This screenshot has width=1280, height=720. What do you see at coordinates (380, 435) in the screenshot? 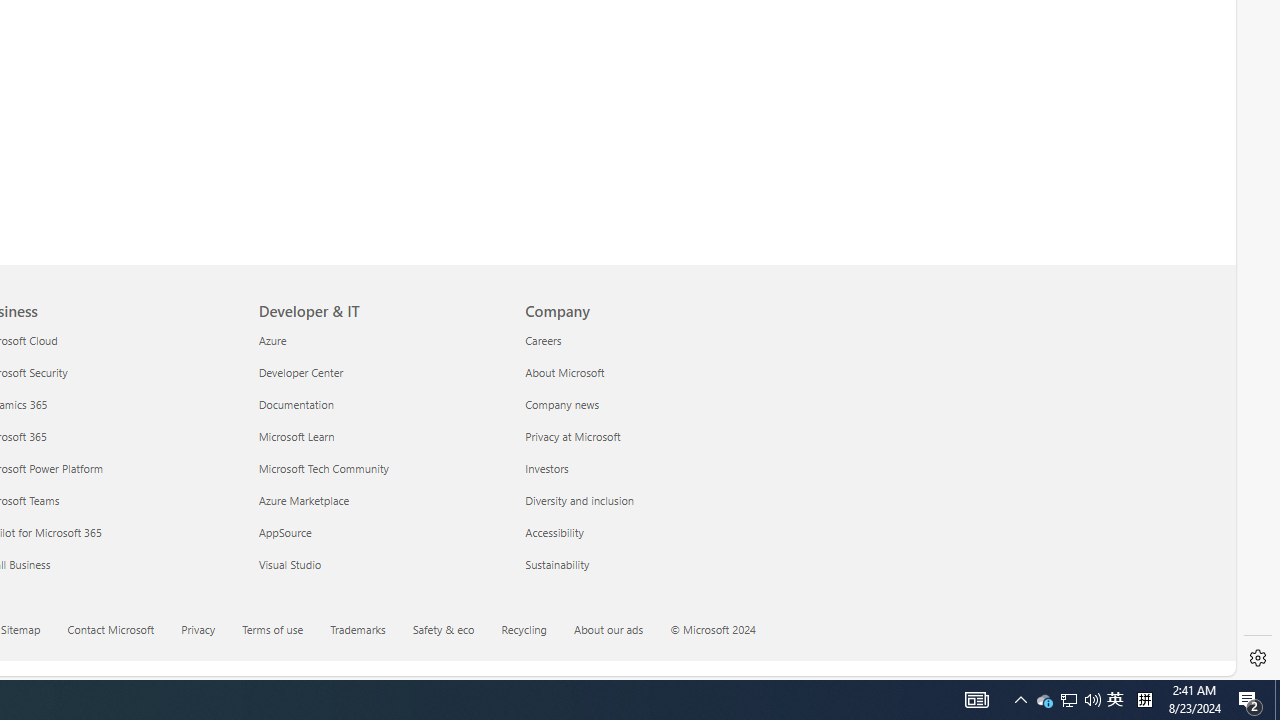
I see `'Microsoft Learn'` at bounding box center [380, 435].